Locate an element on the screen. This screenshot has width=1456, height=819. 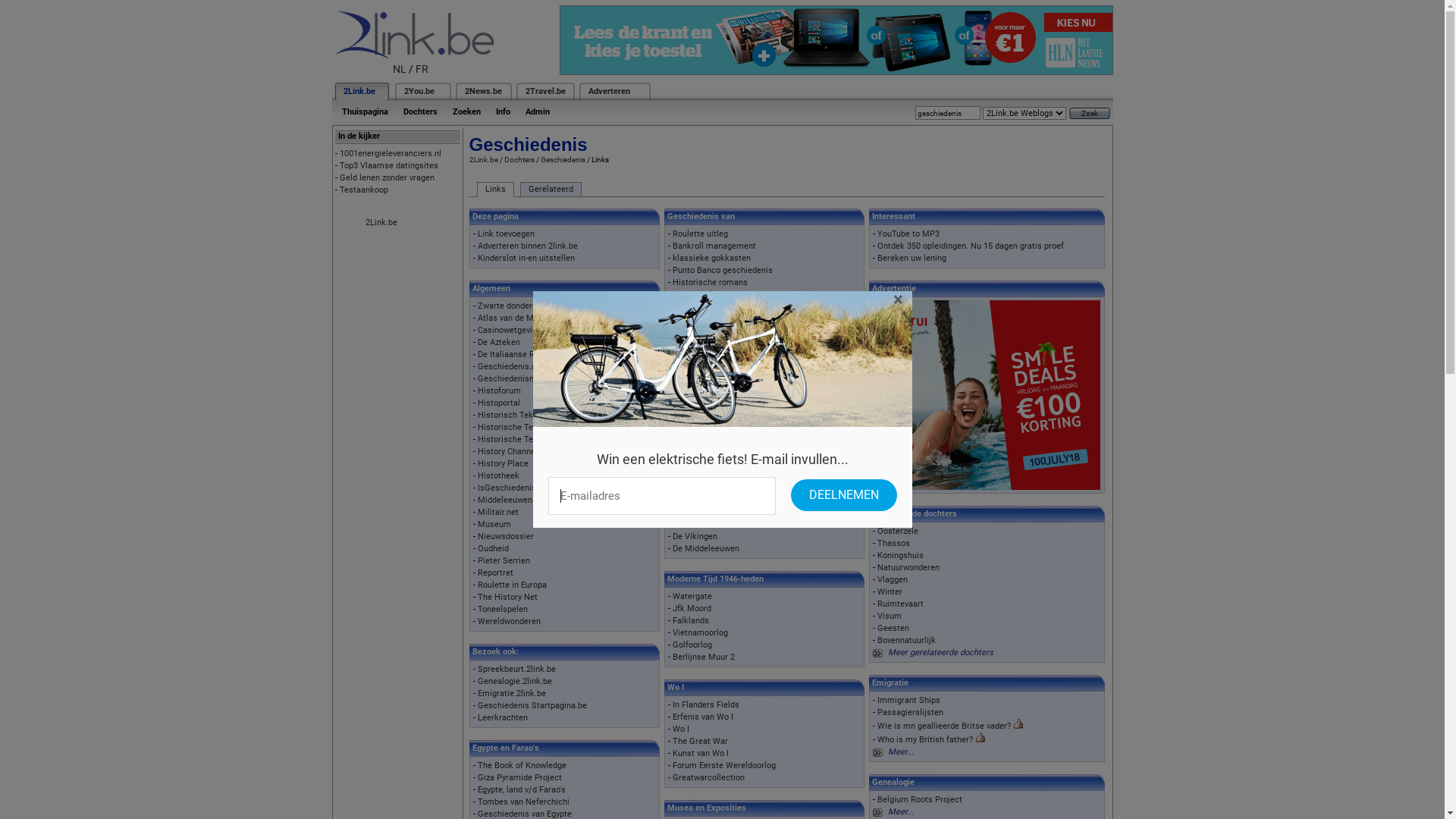
'Bankroll management' is located at coordinates (713, 245).